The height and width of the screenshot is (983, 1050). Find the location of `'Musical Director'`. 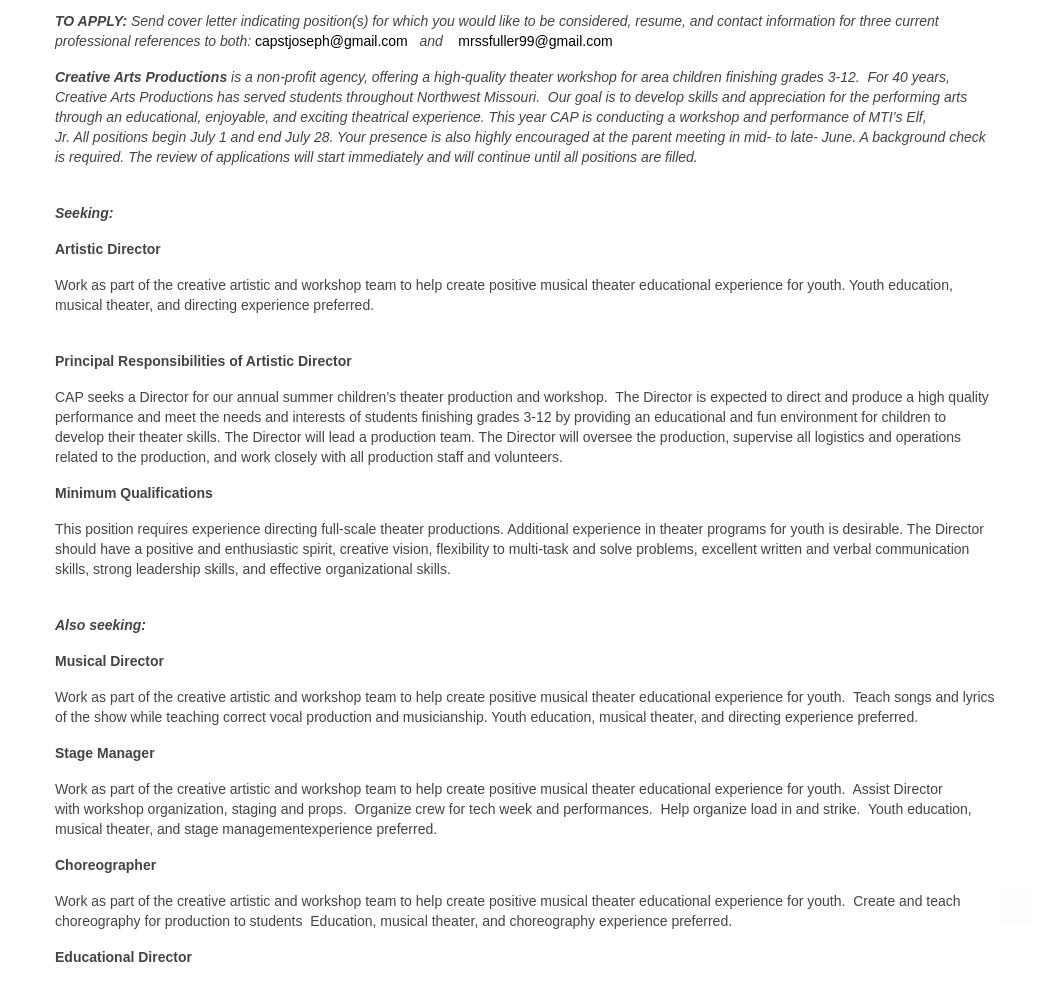

'Musical Director' is located at coordinates (108, 659).